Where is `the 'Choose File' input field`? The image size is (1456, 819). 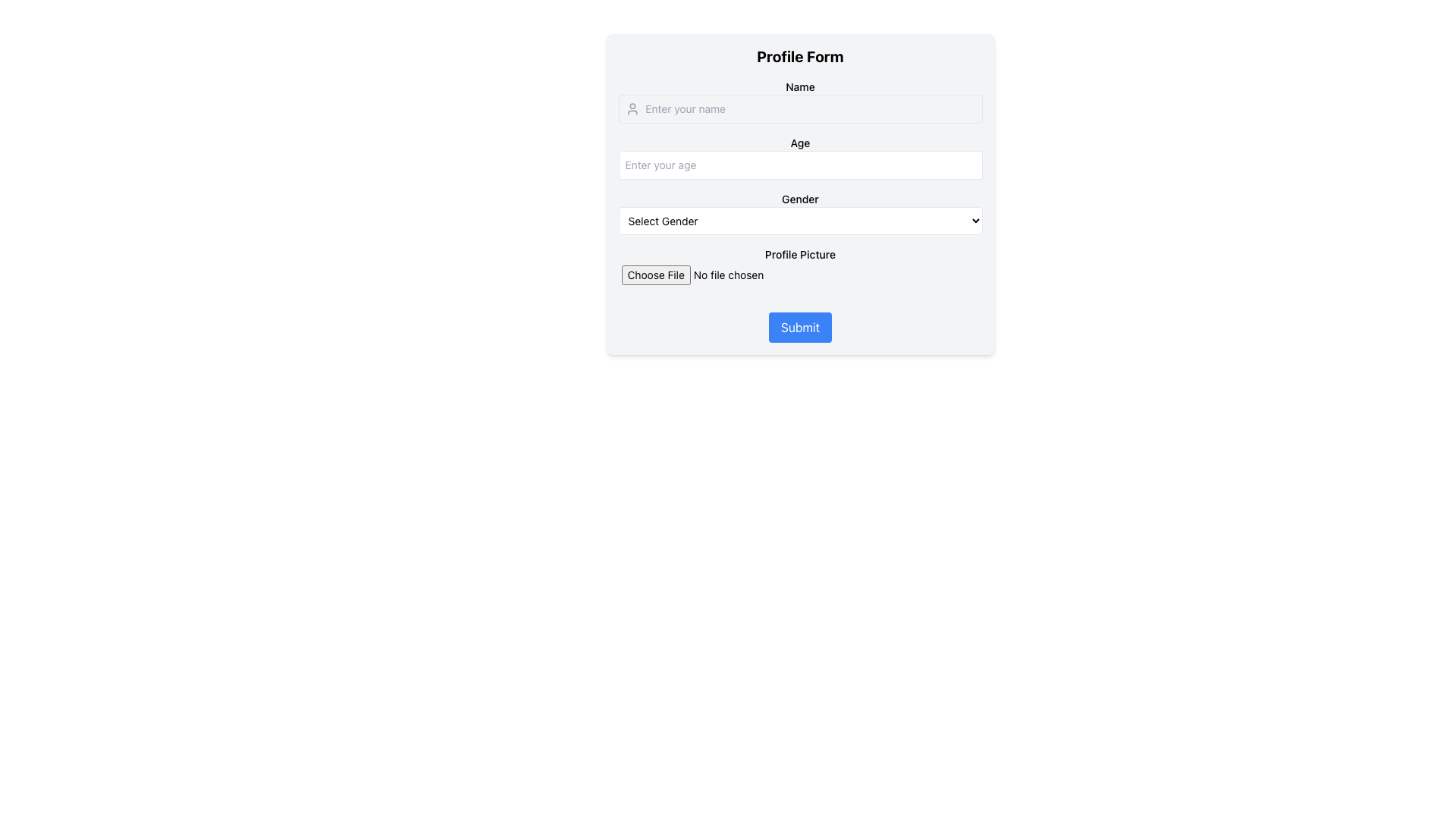
the 'Choose File' input field is located at coordinates (799, 275).